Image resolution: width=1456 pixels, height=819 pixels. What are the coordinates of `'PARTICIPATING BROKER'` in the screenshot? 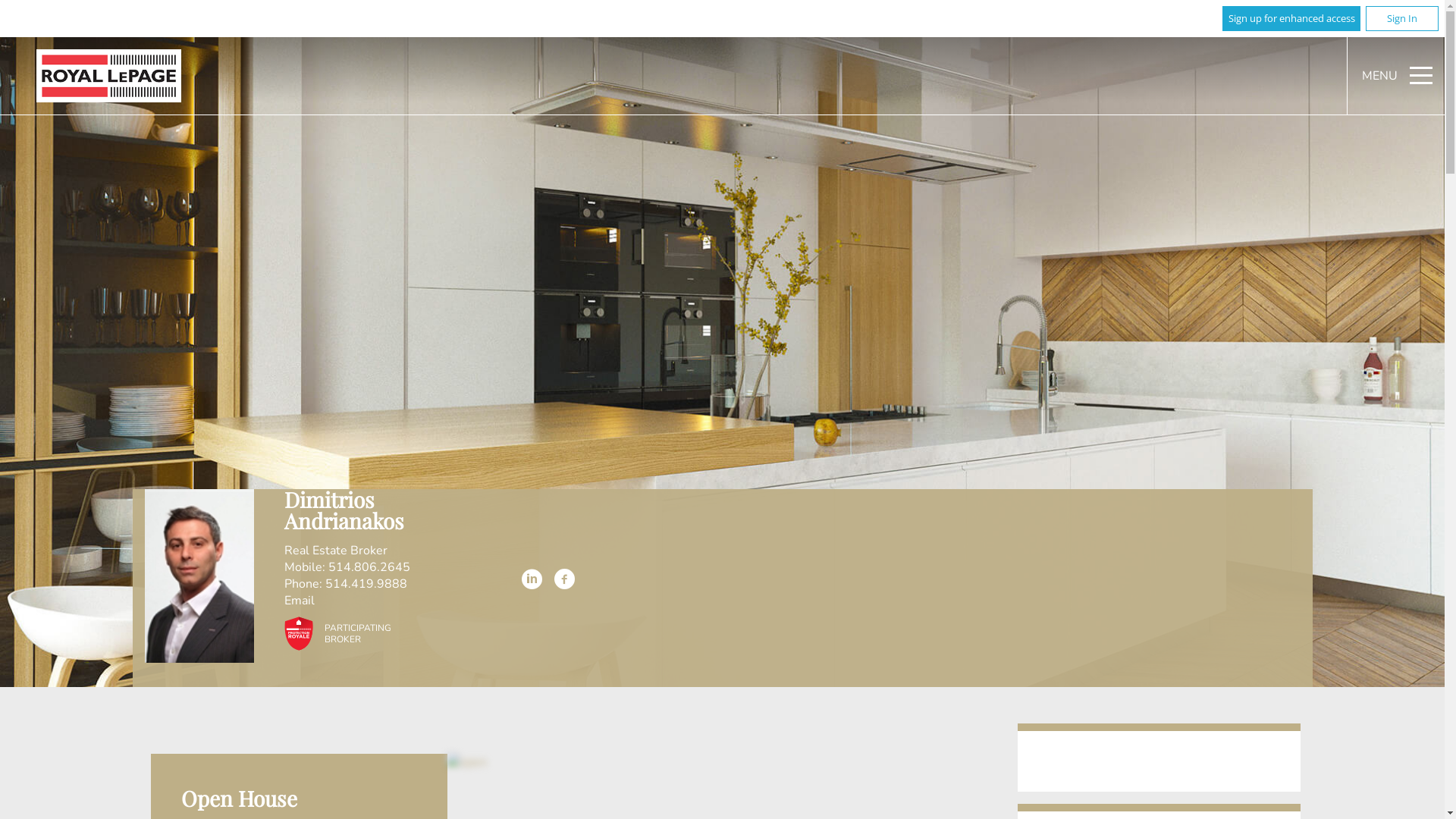 It's located at (332, 632).